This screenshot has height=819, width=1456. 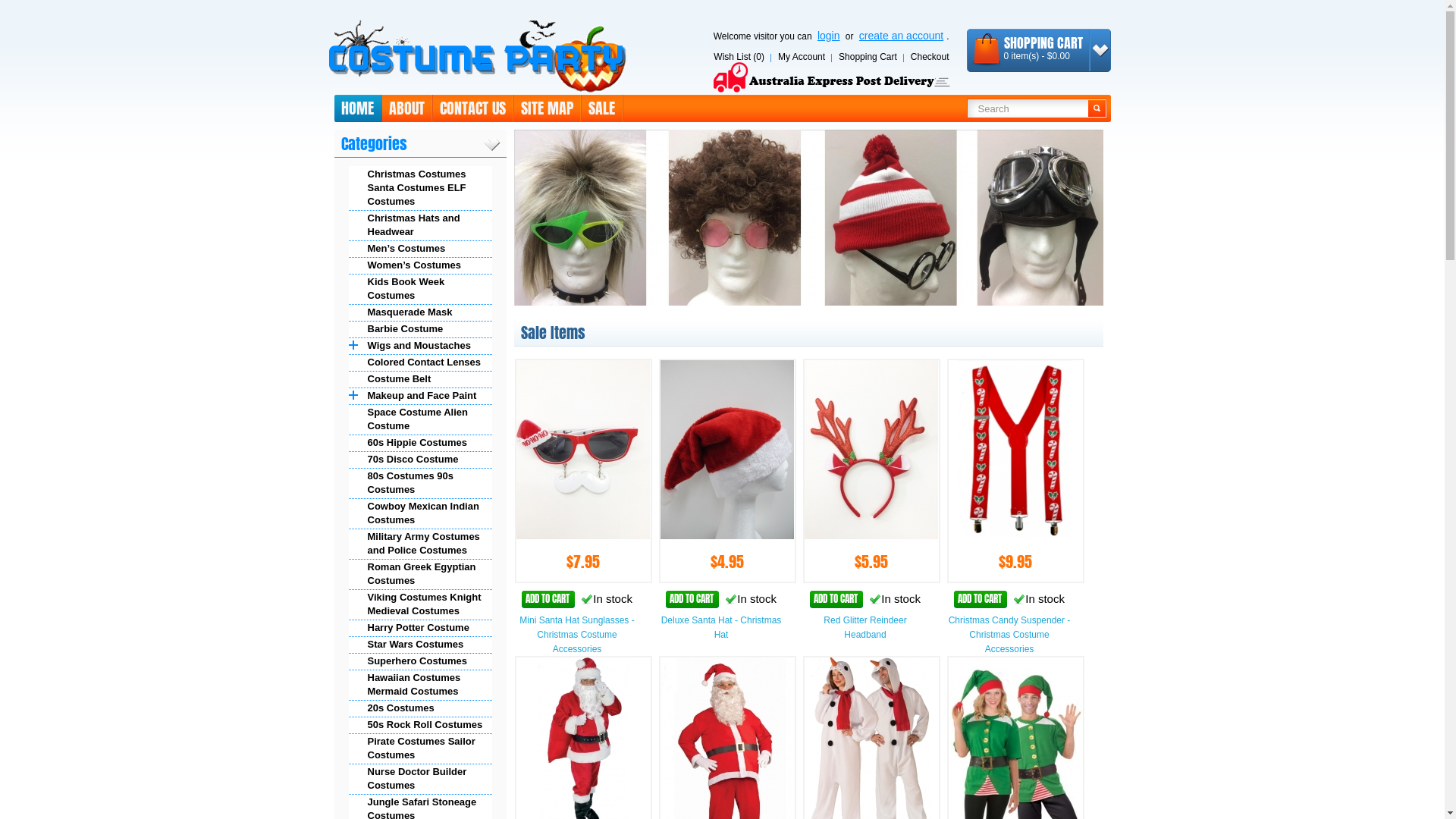 What do you see at coordinates (1009, 635) in the screenshot?
I see `'Christmas Candy Suspender - Christmas Costume Accessories'` at bounding box center [1009, 635].